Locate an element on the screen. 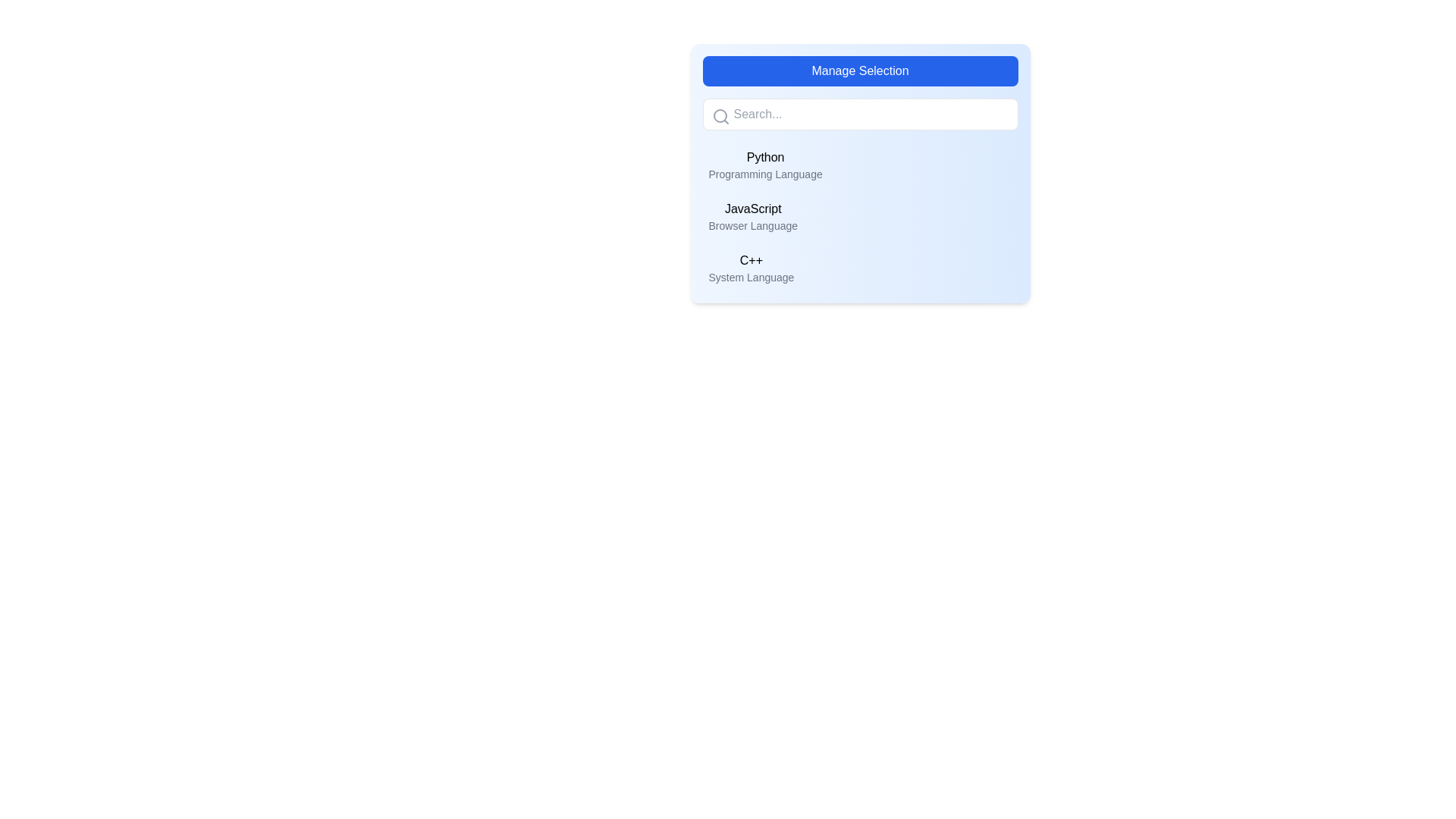 The height and width of the screenshot is (819, 1456). the 'C++' selectable list item at the bottom of the list is located at coordinates (860, 268).